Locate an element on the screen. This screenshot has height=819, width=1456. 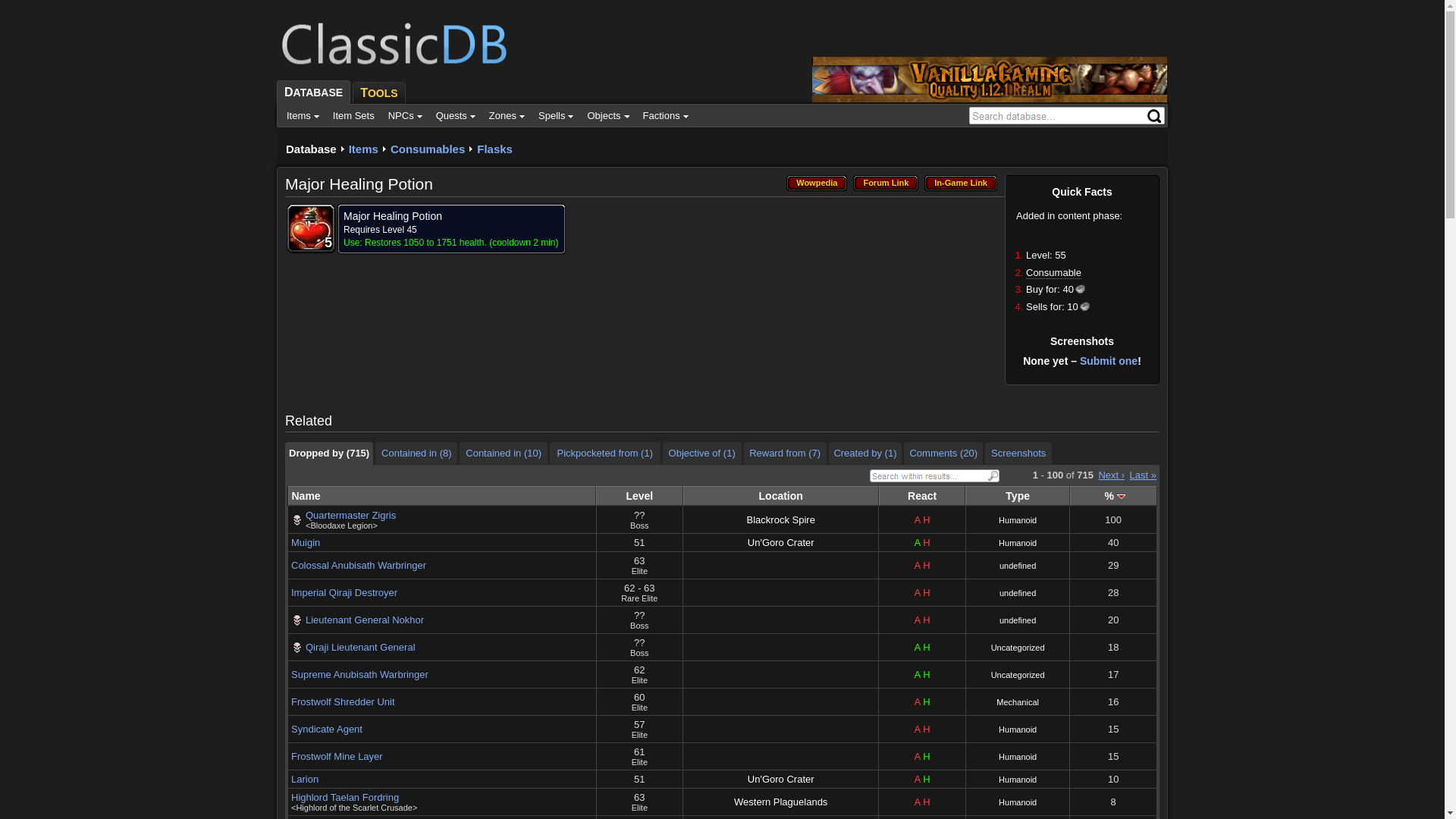
'Pickpocketed from (1)' is located at coordinates (604, 452).